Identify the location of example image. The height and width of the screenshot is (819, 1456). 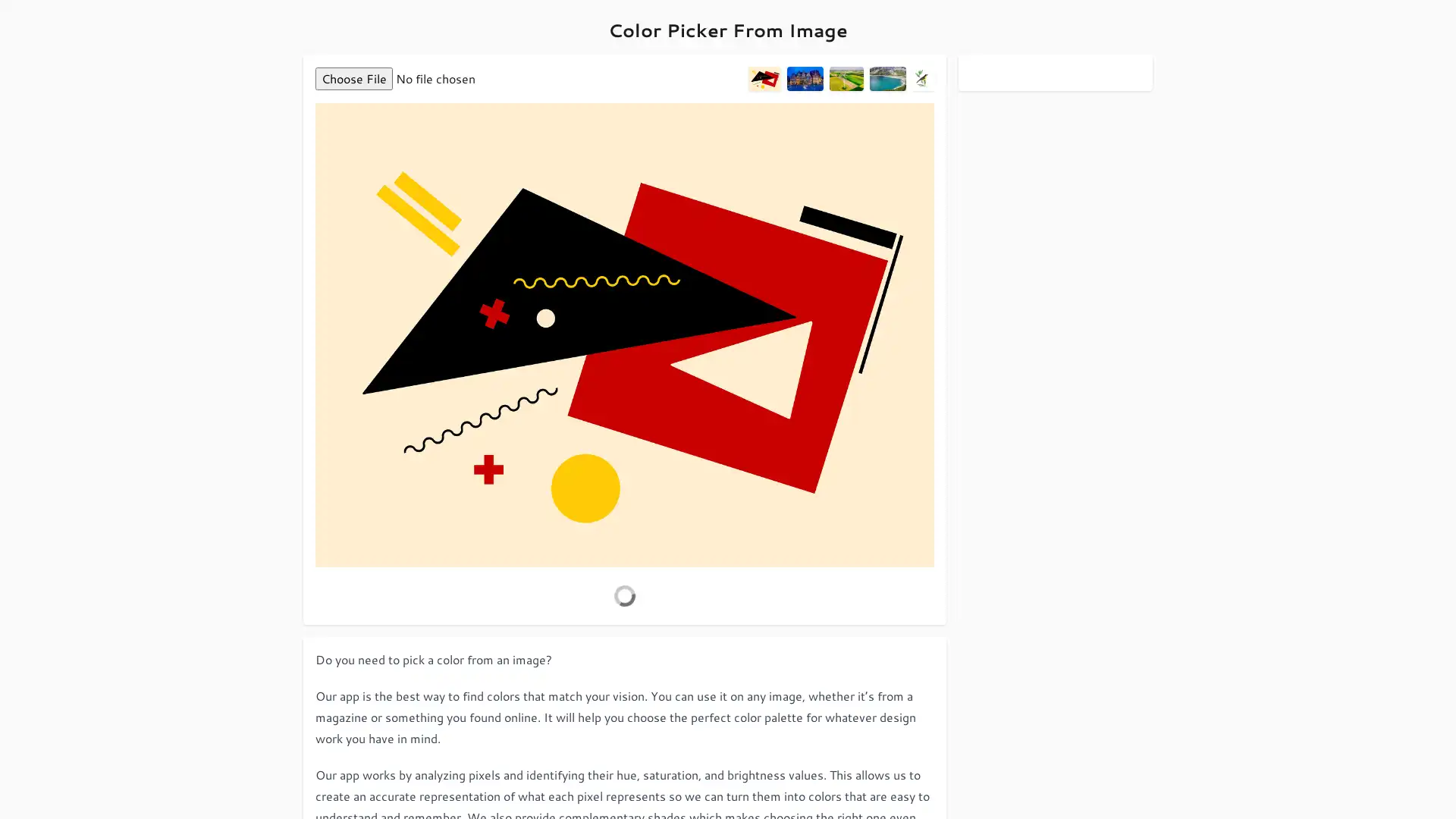
(922, 79).